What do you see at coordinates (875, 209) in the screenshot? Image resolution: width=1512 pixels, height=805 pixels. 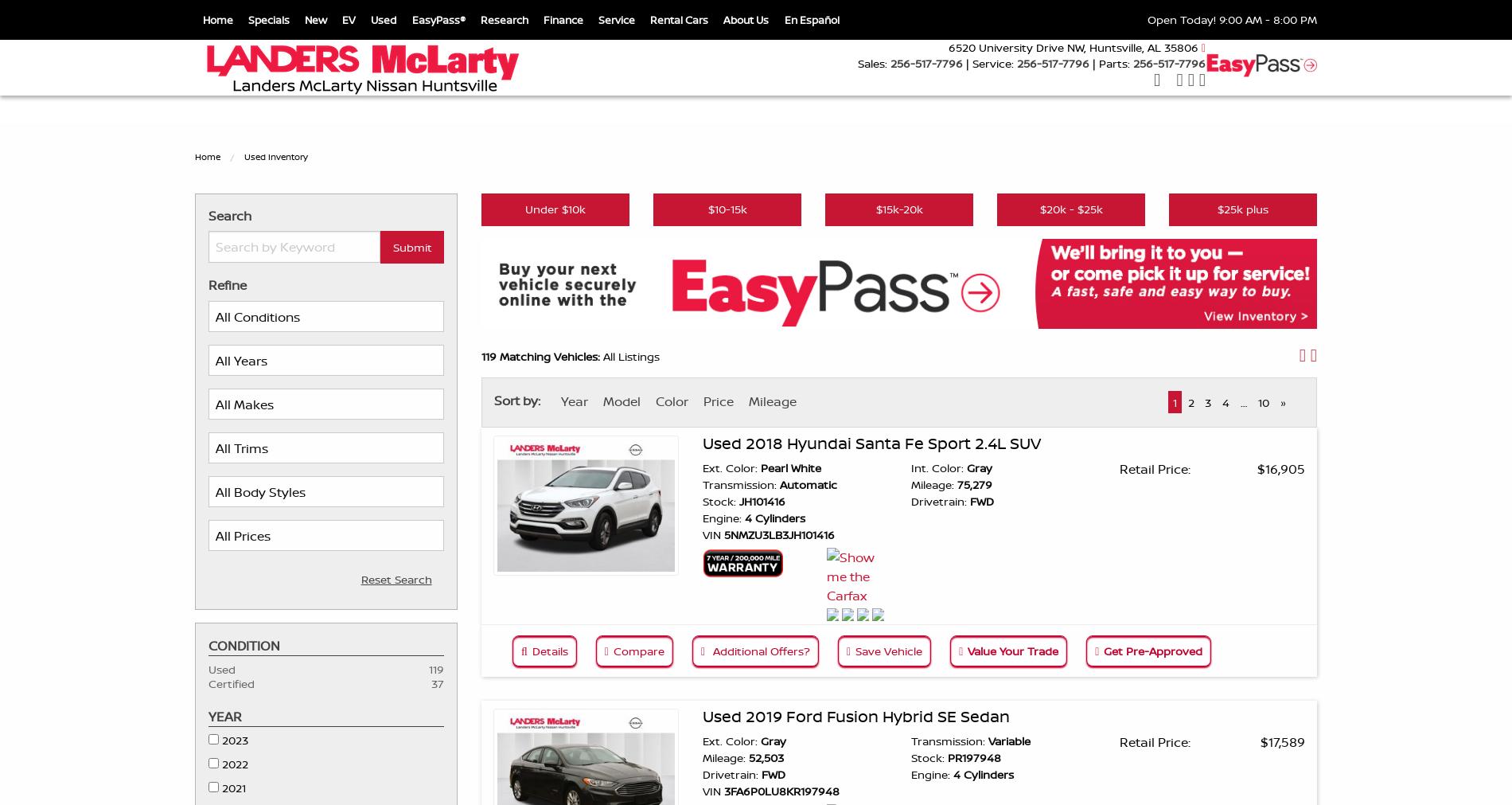 I see `'$15k-20k'` at bounding box center [875, 209].